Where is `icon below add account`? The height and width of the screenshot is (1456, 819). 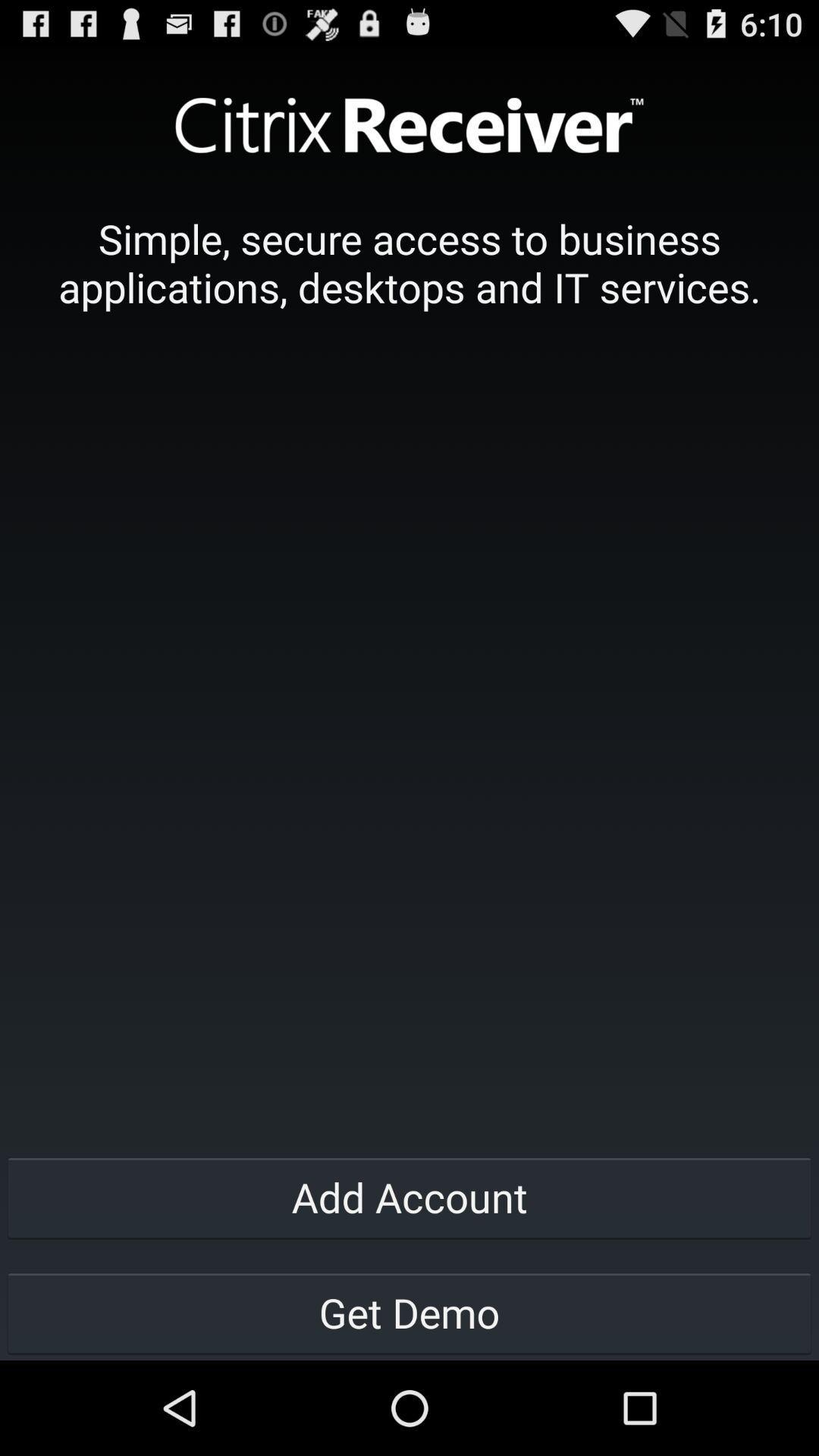 icon below add account is located at coordinates (409, 1312).